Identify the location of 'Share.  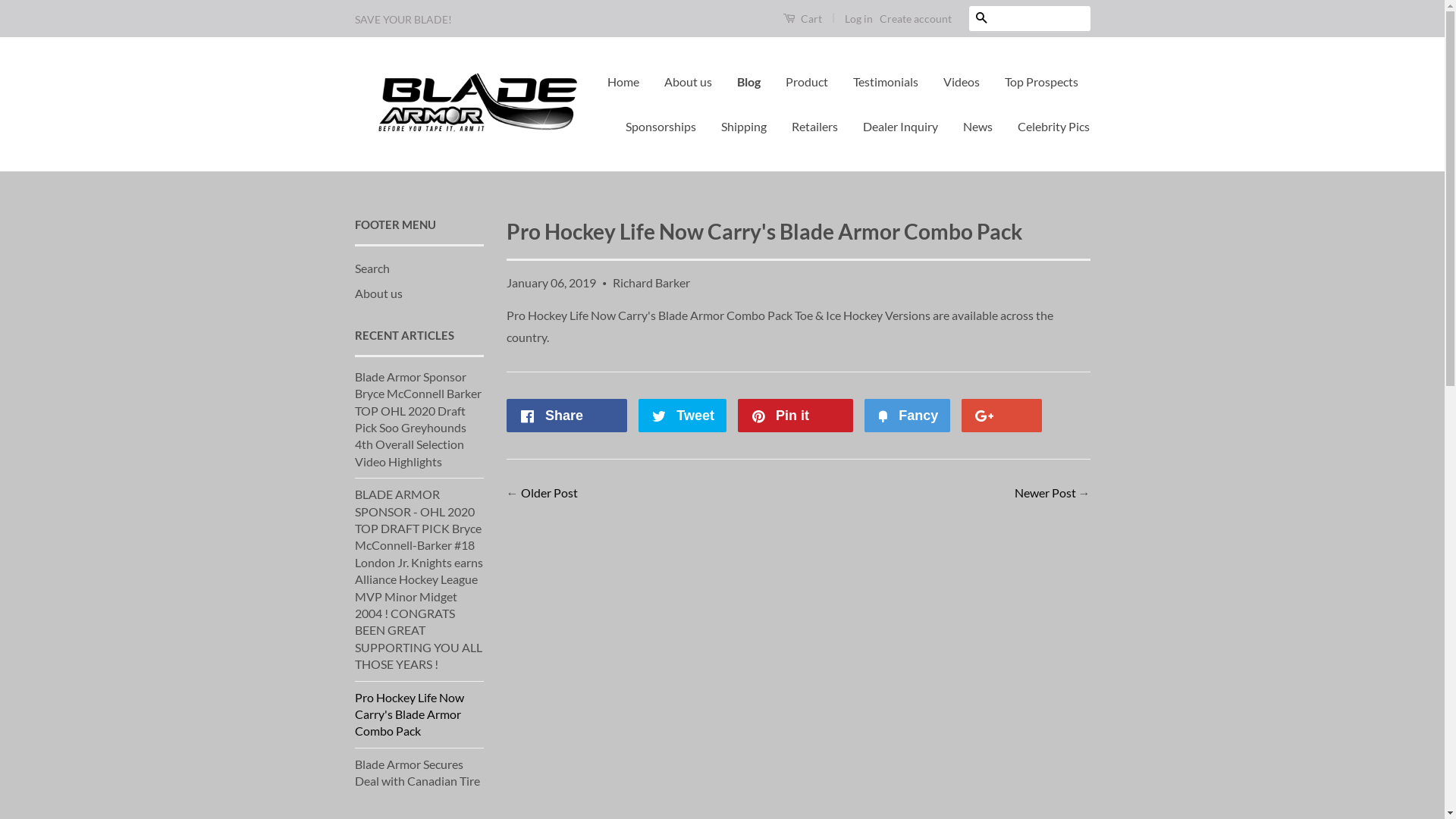
(566, 415).